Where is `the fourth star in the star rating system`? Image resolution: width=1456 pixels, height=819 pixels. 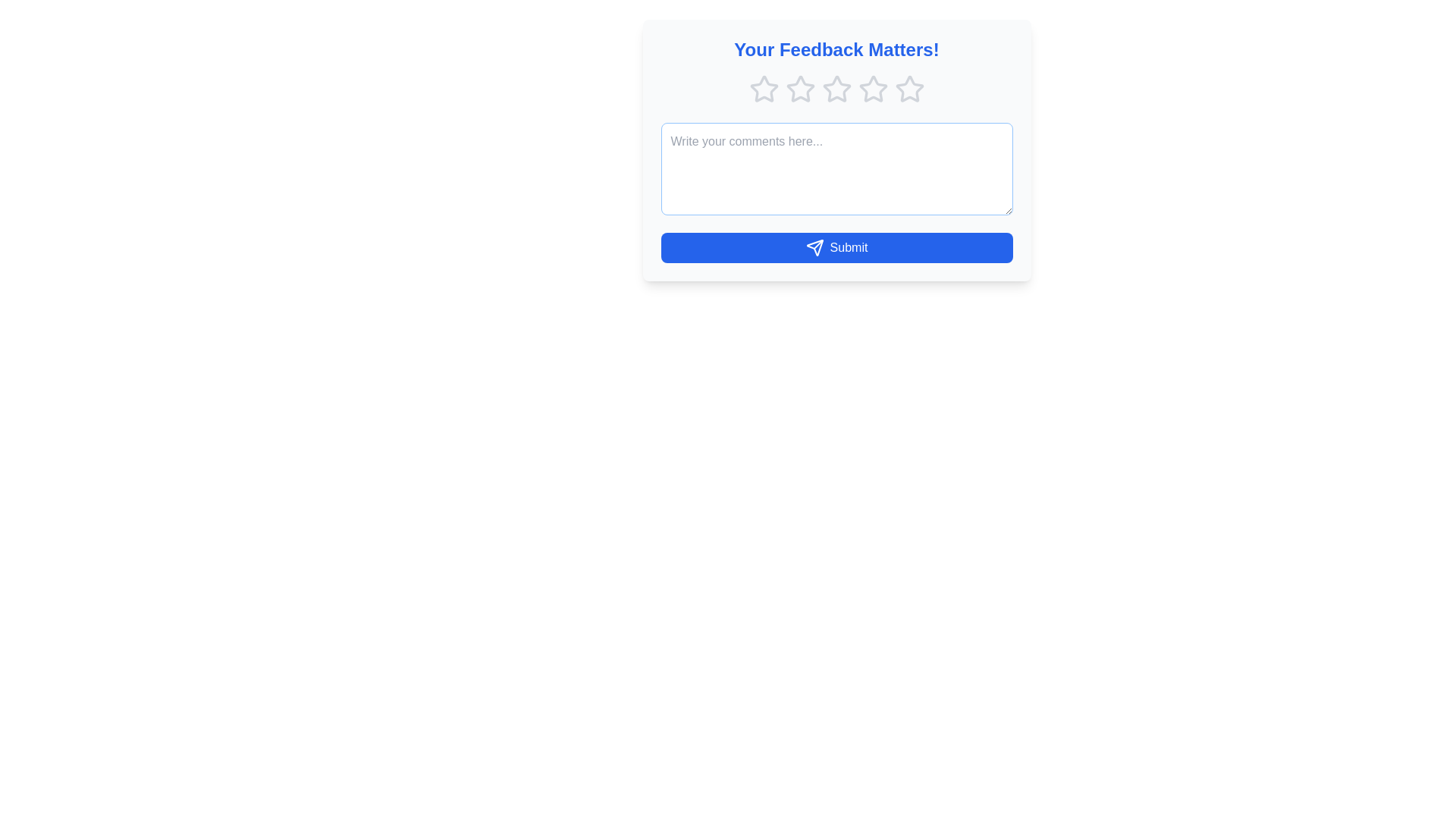 the fourth star in the star rating system is located at coordinates (873, 89).